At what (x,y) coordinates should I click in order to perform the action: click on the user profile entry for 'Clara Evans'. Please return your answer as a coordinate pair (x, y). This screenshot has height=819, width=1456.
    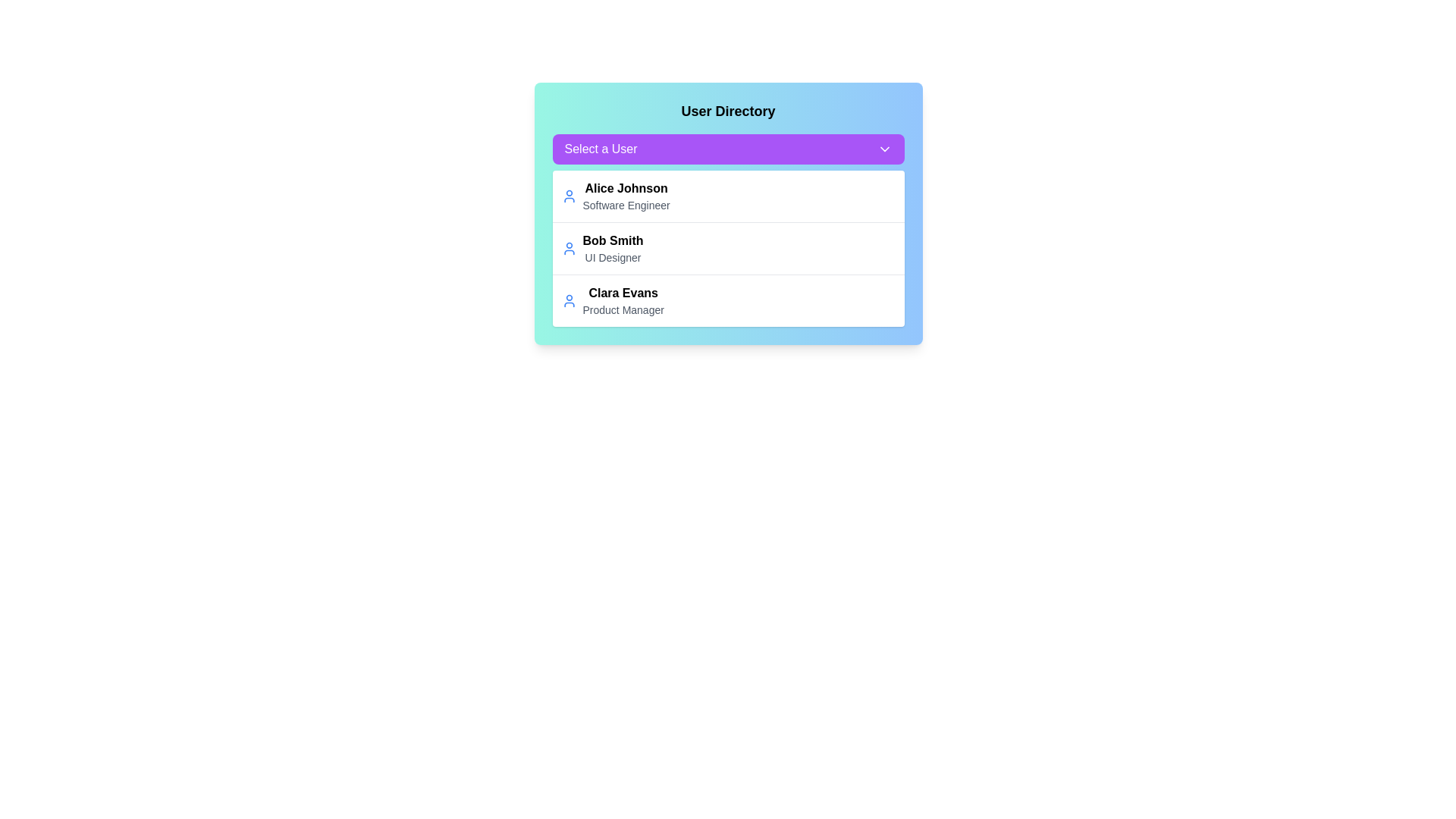
    Looking at the image, I should click on (613, 301).